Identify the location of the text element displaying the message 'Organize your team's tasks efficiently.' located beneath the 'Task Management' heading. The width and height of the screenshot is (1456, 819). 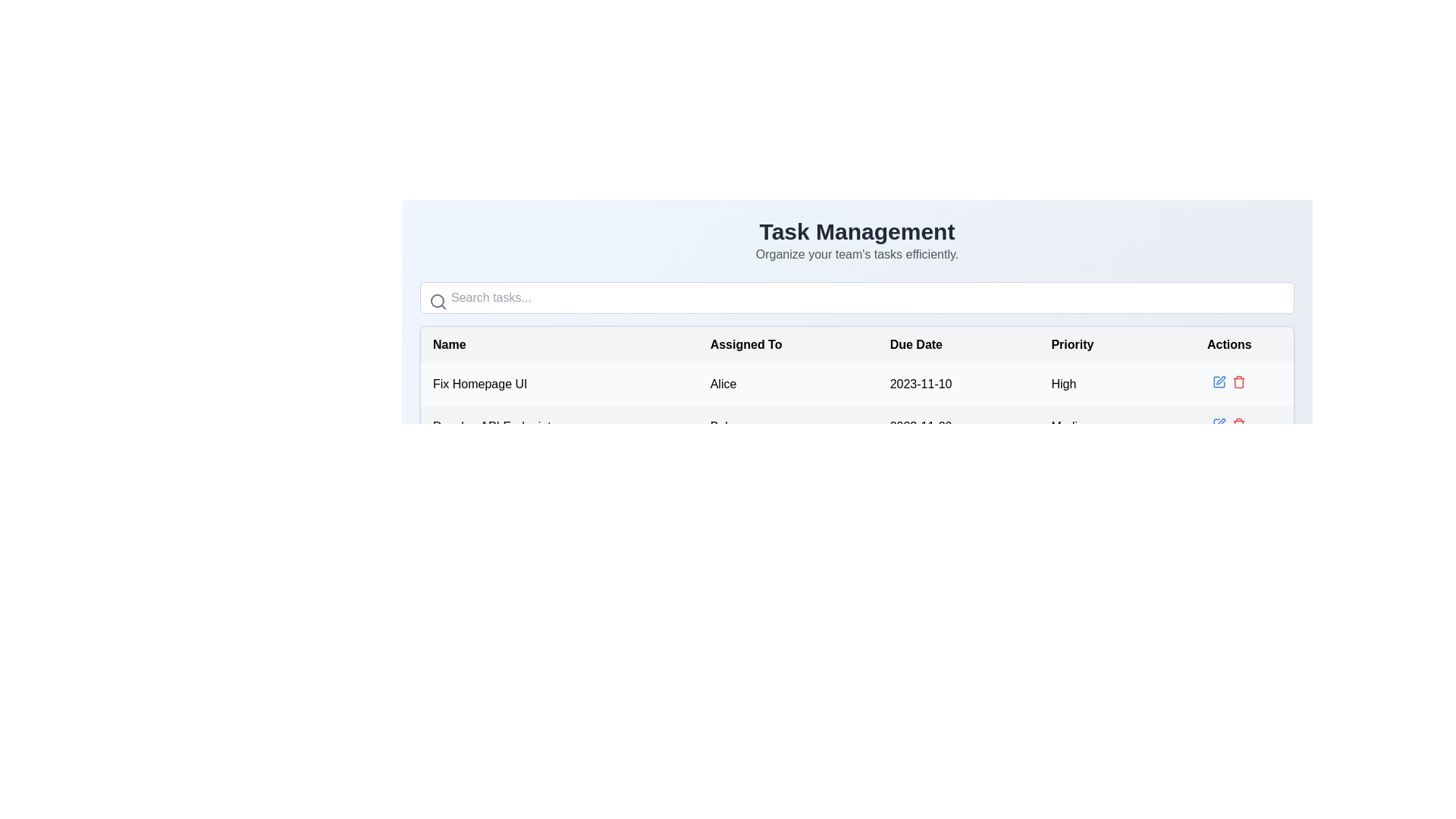
(857, 253).